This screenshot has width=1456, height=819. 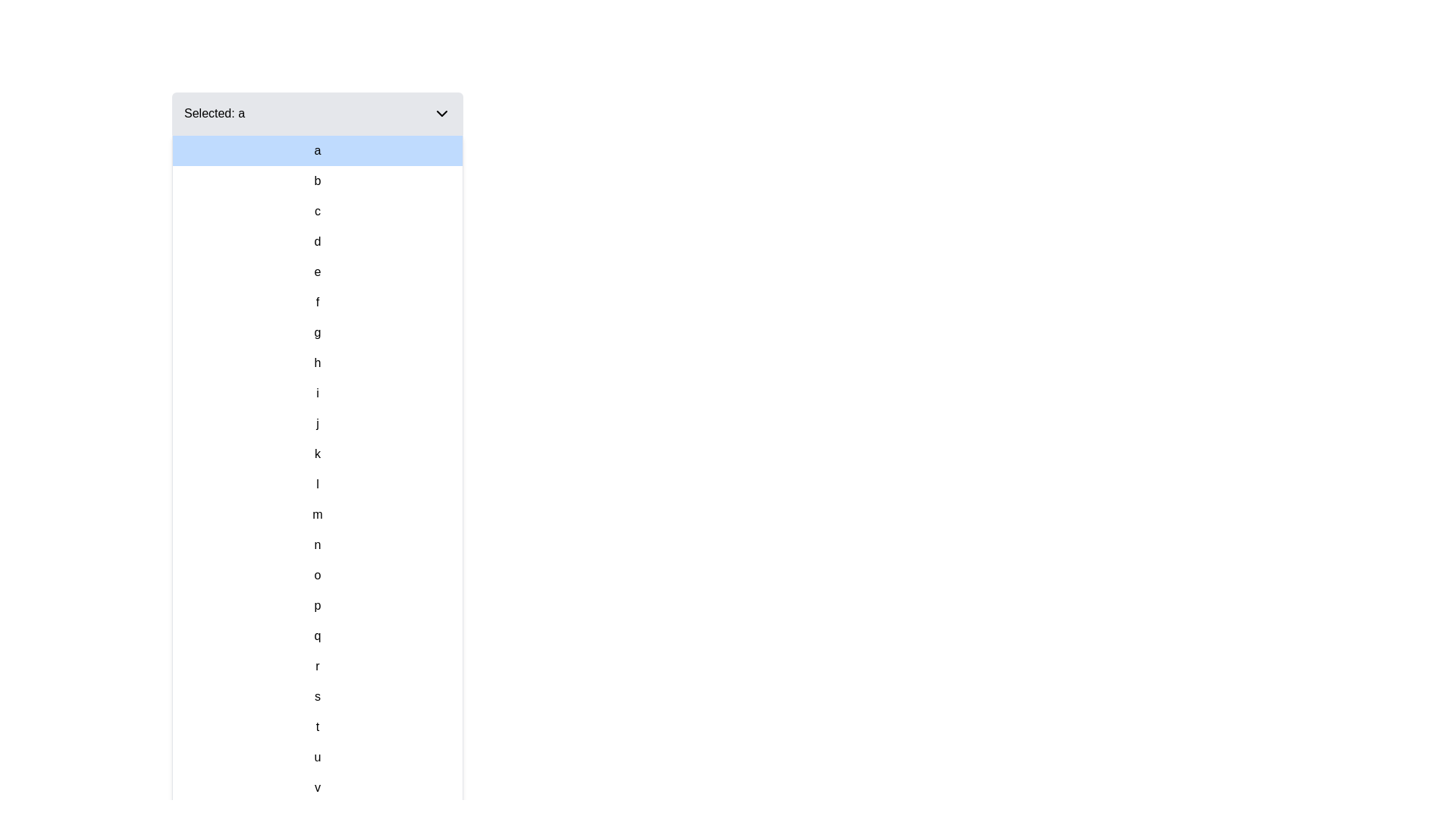 What do you see at coordinates (316, 576) in the screenshot?
I see `the lowercase letter 'o' which is the fifteenth item in a vertical list of characters, positioned between 'n' and 'p'` at bounding box center [316, 576].